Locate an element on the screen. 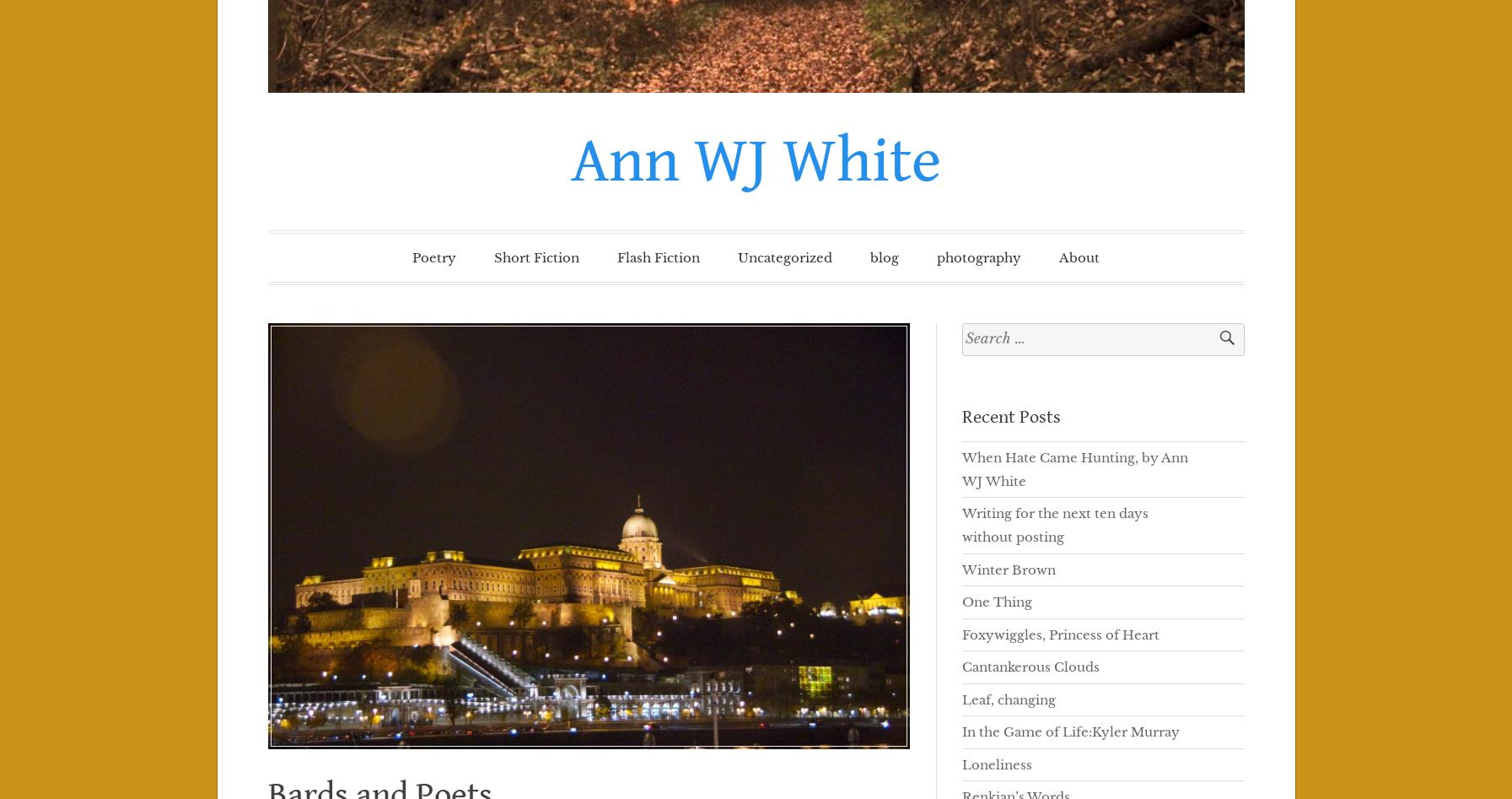  'Loneliness' is located at coordinates (960, 763).